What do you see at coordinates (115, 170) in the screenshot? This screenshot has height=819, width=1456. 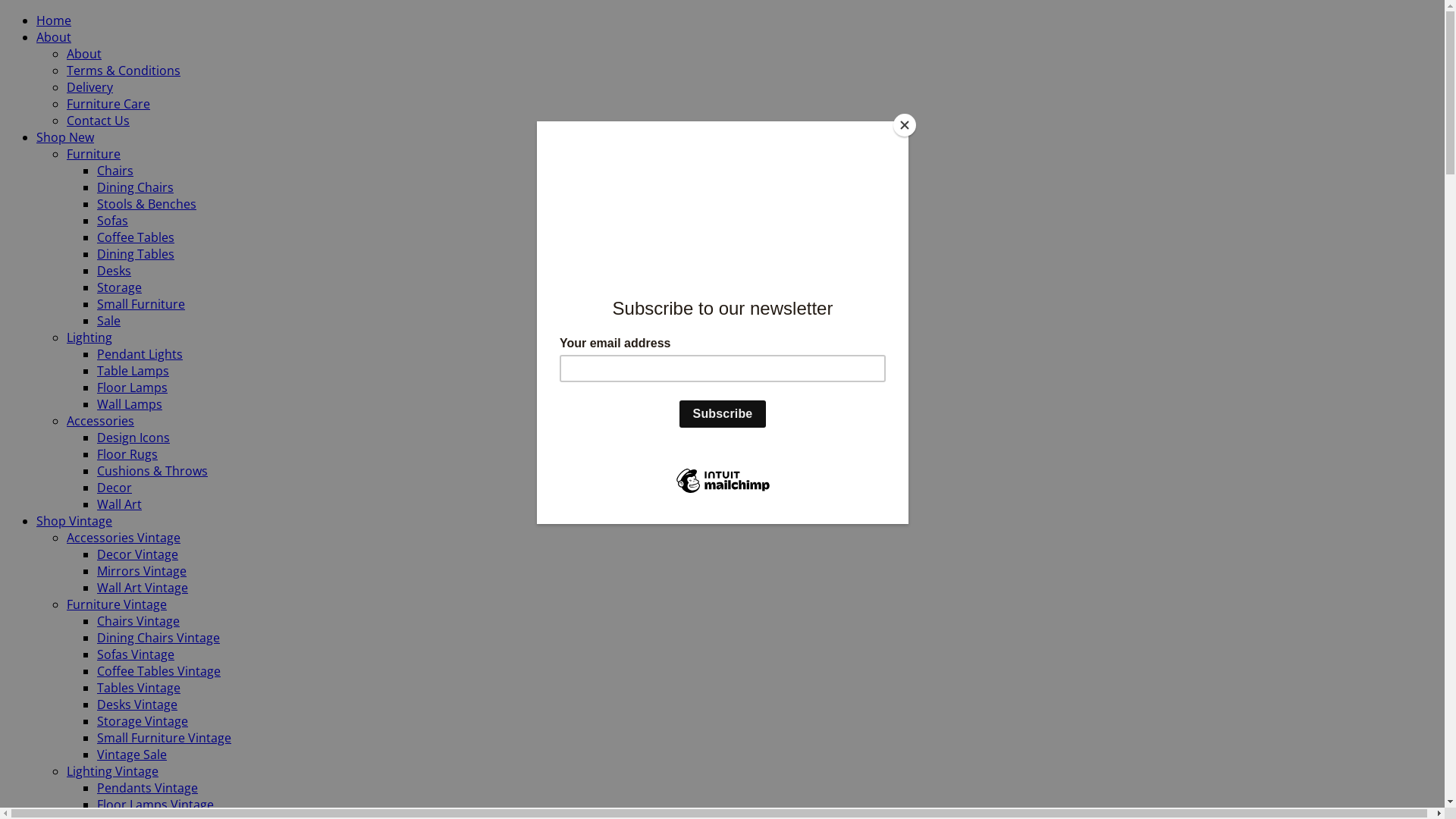 I see `'Chairs'` at bounding box center [115, 170].